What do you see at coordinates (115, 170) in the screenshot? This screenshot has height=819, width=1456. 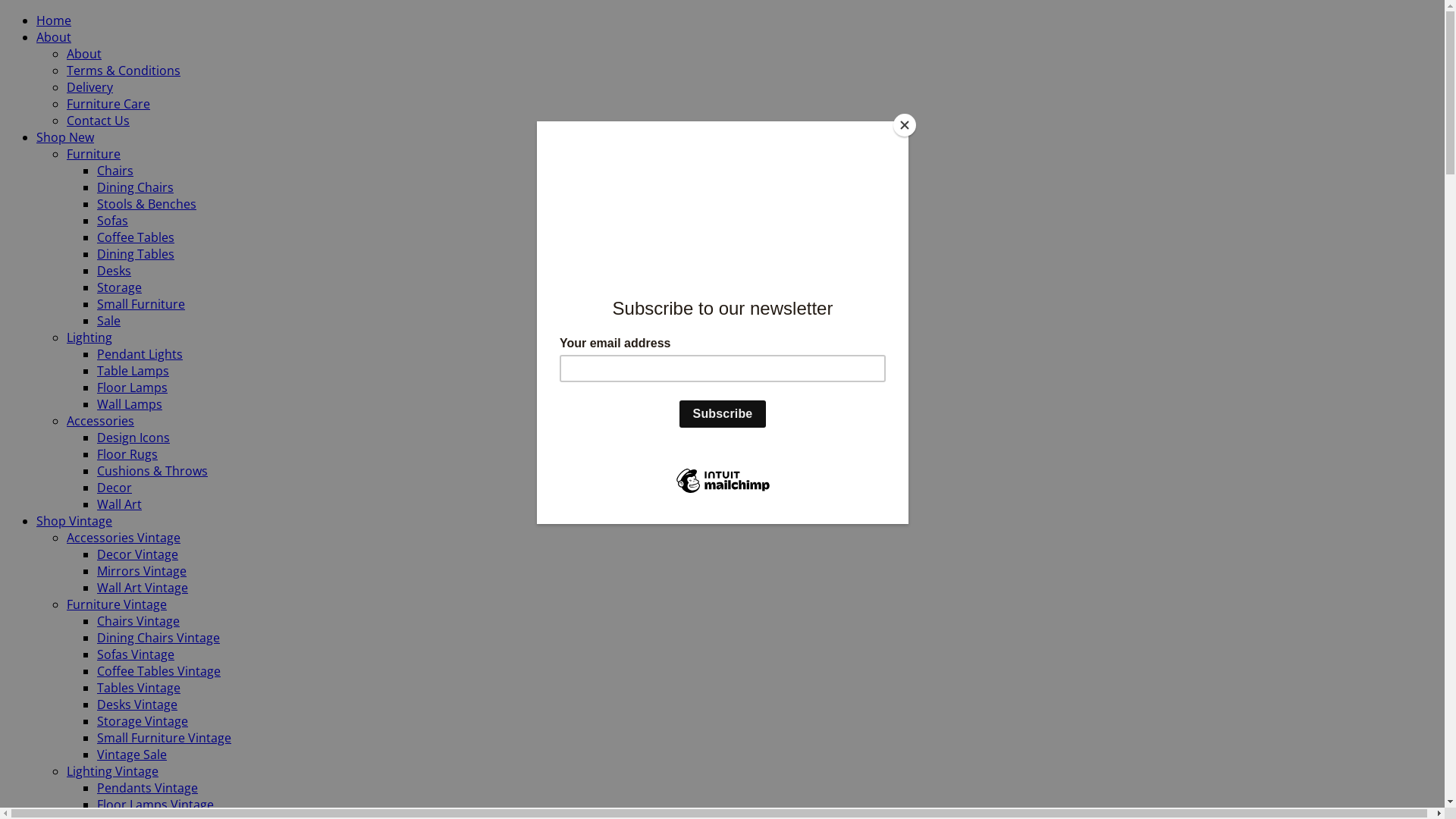 I see `'Chairs'` at bounding box center [115, 170].